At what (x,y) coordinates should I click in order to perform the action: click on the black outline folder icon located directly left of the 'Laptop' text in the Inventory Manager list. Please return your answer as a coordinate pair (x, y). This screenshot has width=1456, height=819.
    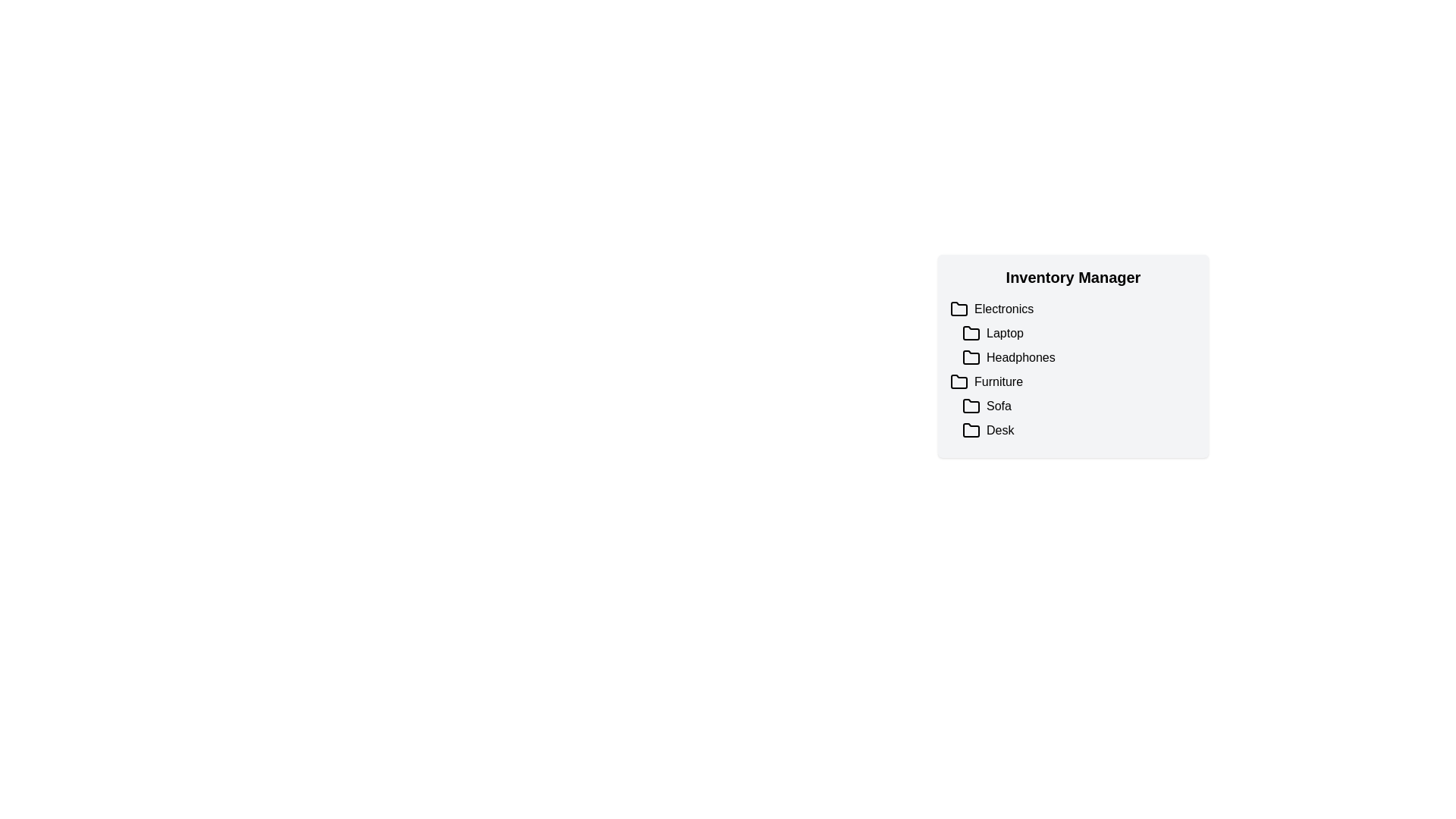
    Looking at the image, I should click on (971, 332).